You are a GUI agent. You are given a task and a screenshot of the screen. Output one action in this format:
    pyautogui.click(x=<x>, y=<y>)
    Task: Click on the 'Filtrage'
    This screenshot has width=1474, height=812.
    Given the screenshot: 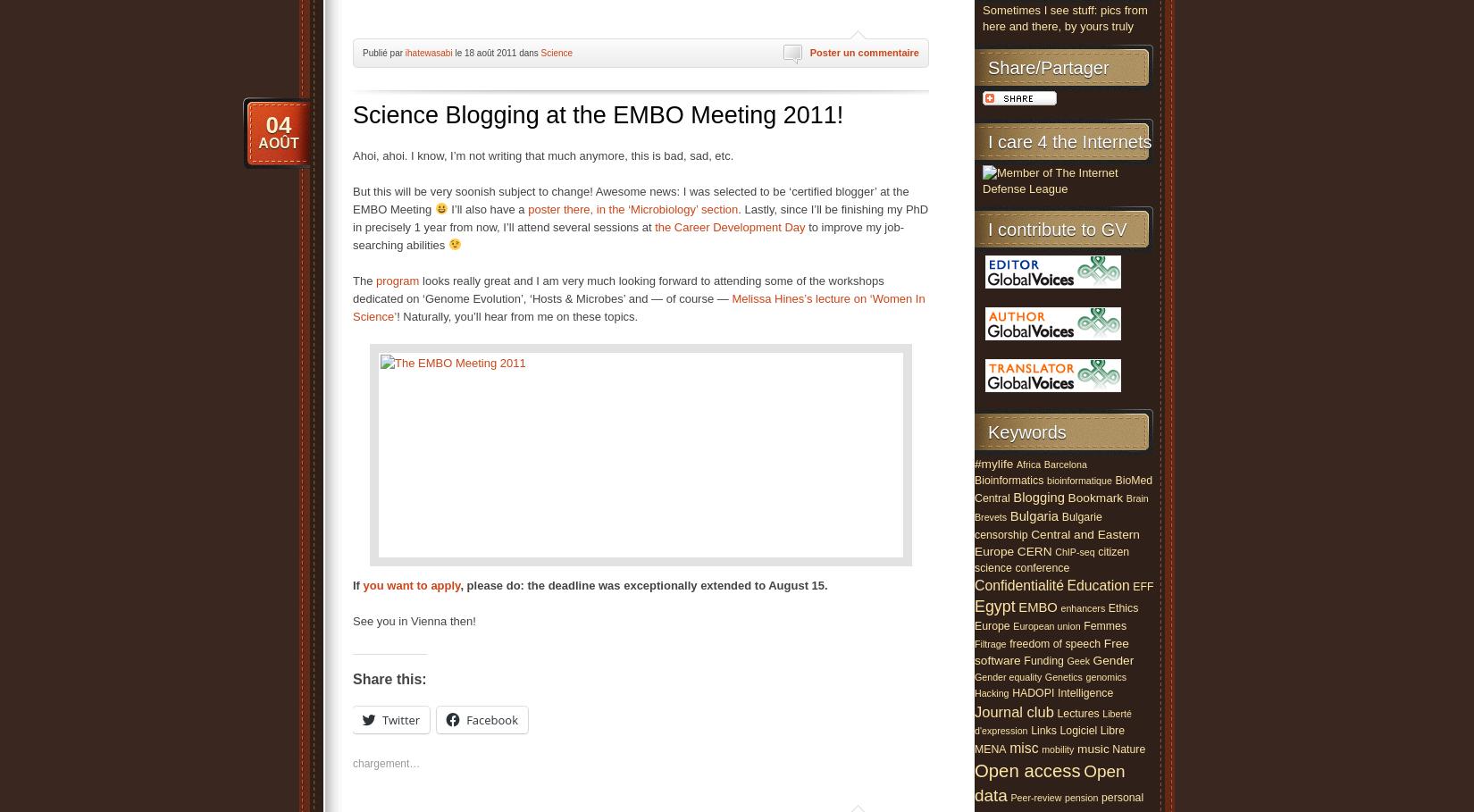 What is the action you would take?
    pyautogui.click(x=990, y=642)
    